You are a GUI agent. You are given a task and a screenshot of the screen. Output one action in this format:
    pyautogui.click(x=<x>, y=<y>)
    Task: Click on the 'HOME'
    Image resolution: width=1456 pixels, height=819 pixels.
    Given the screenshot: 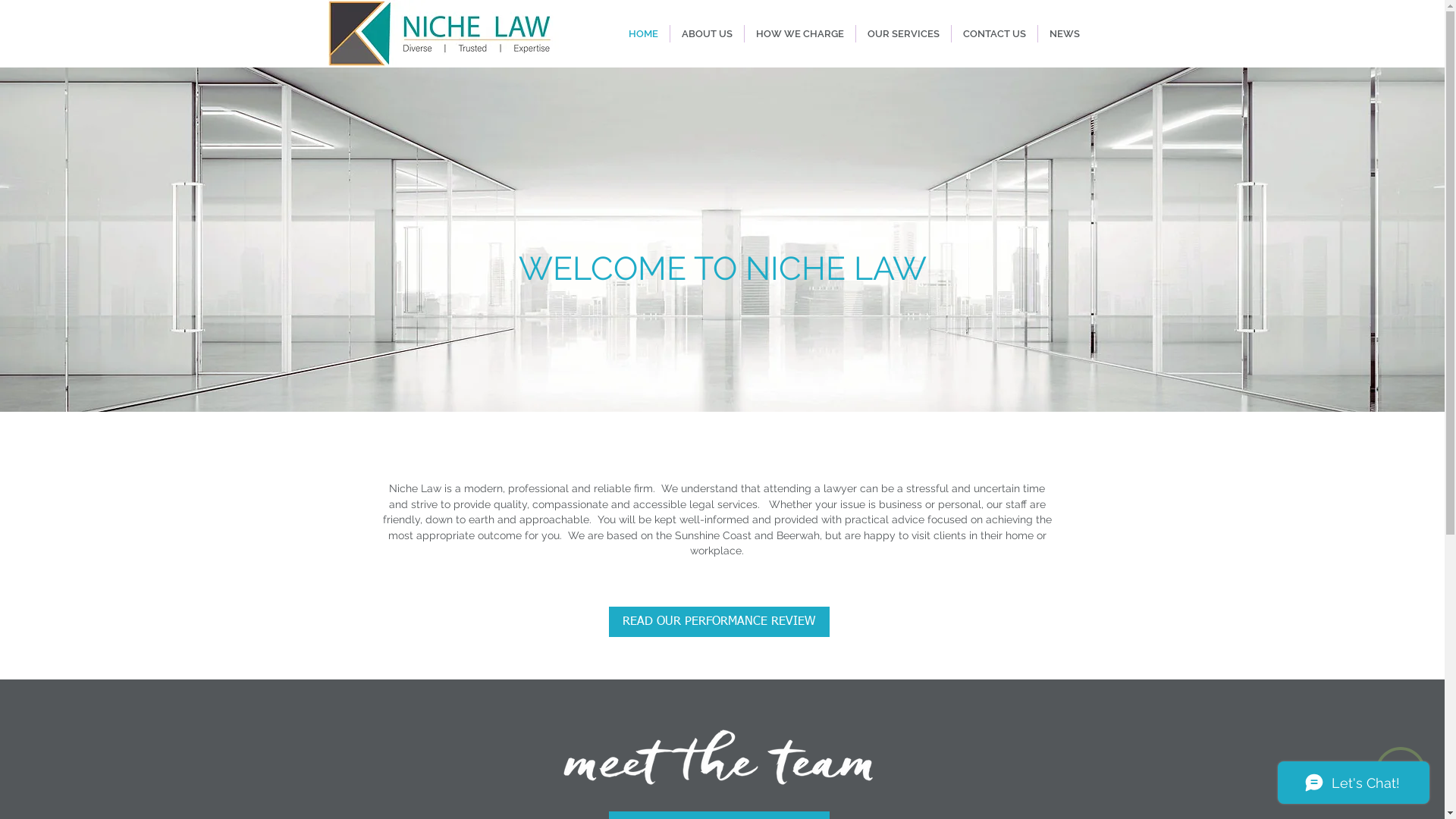 What is the action you would take?
    pyautogui.click(x=643, y=33)
    